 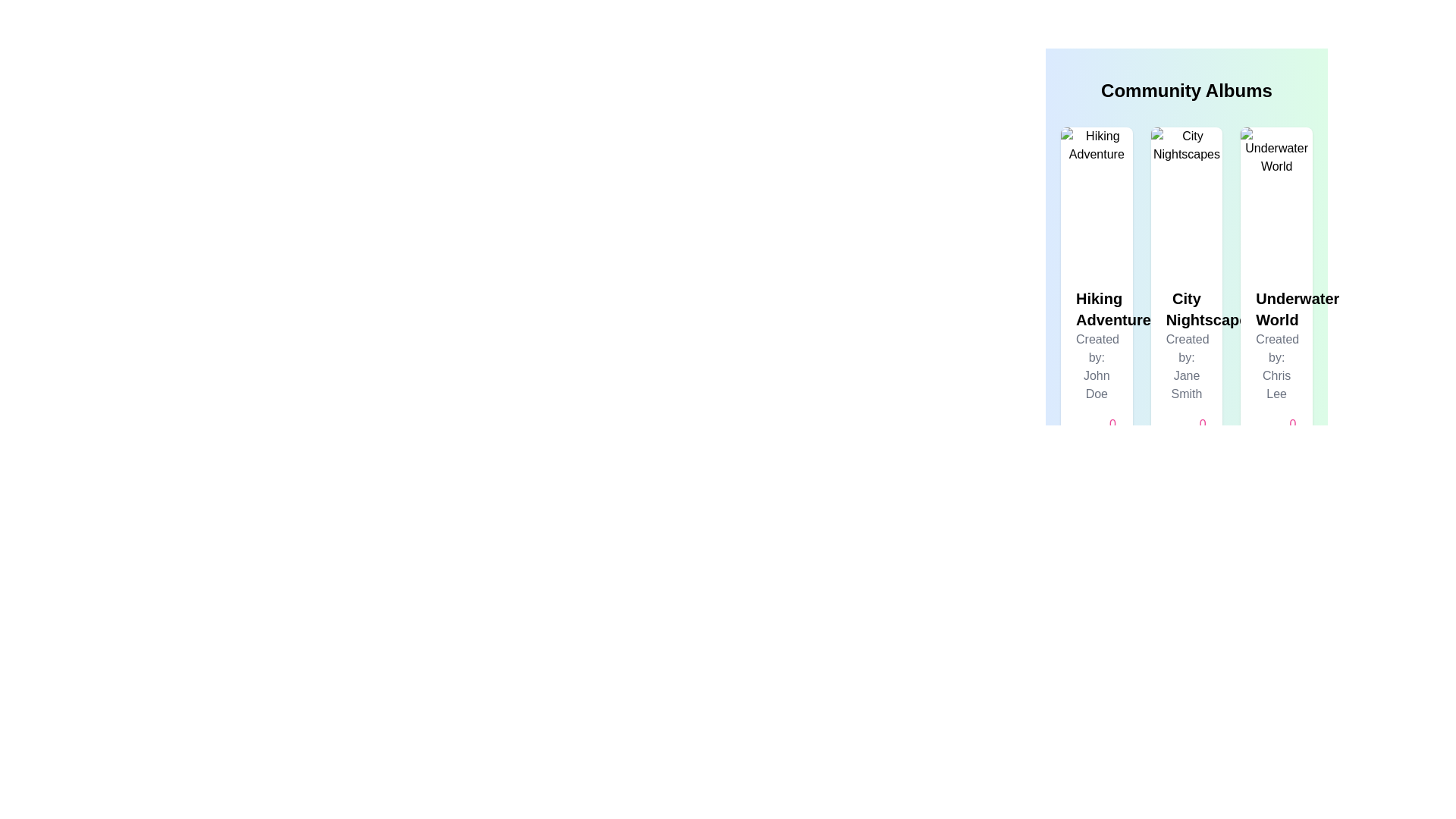 What do you see at coordinates (1185, 227) in the screenshot?
I see `an individual entry inside the 'Community Albums' panel, which is a white background panel containing entries with titles and creator information` at bounding box center [1185, 227].